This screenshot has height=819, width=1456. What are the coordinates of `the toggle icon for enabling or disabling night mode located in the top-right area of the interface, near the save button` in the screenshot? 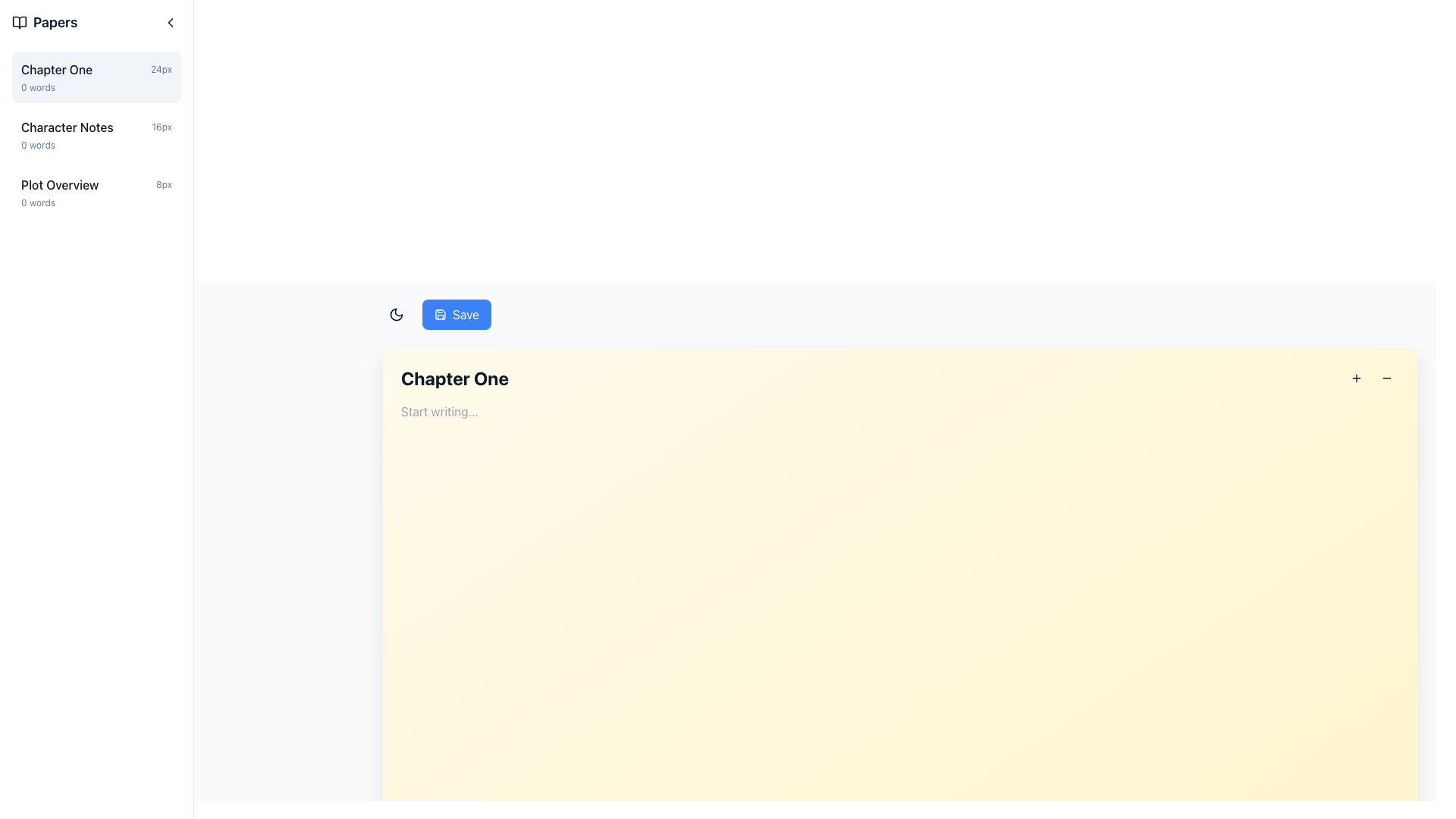 It's located at (397, 314).